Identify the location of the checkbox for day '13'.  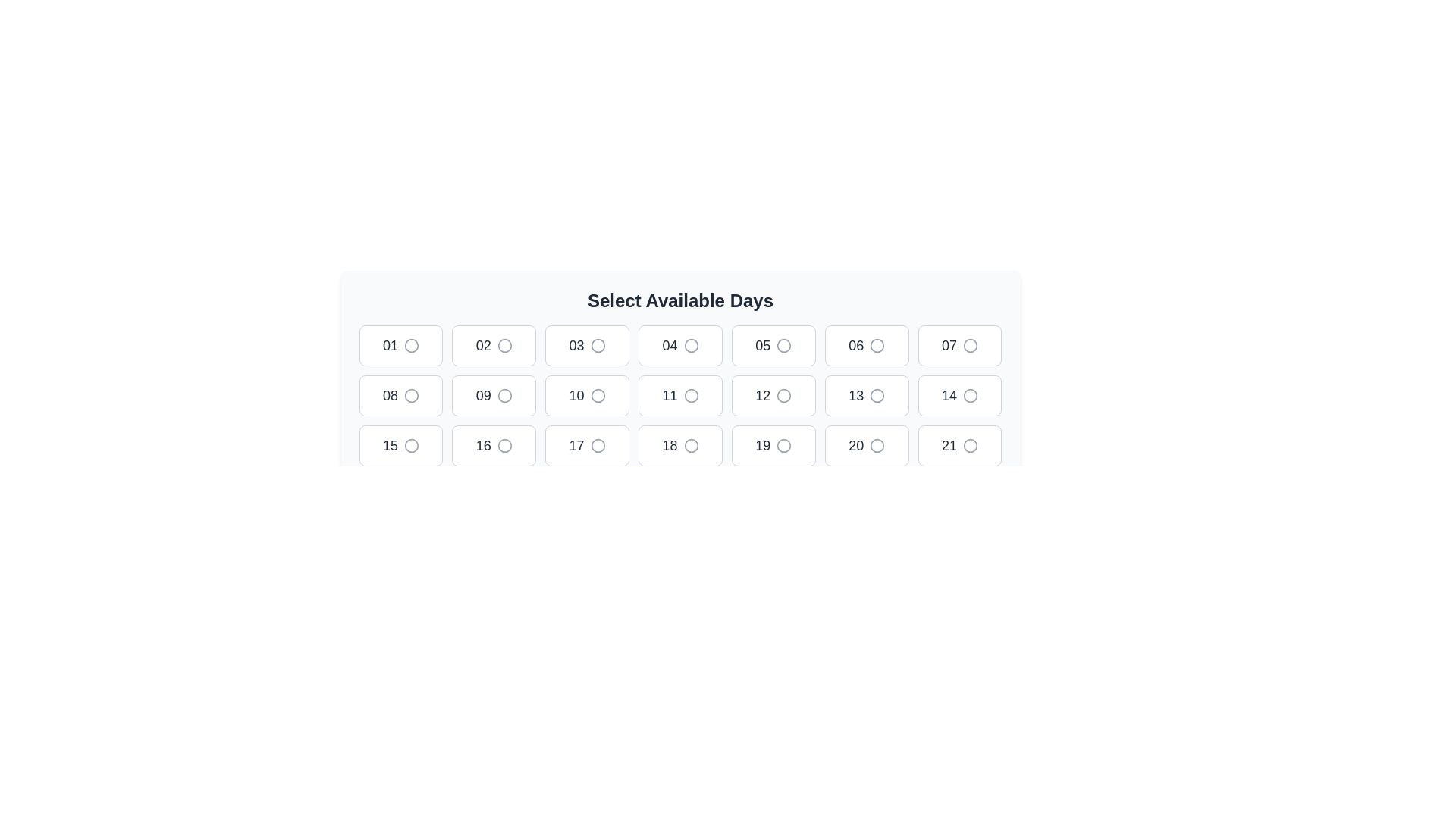
(877, 394).